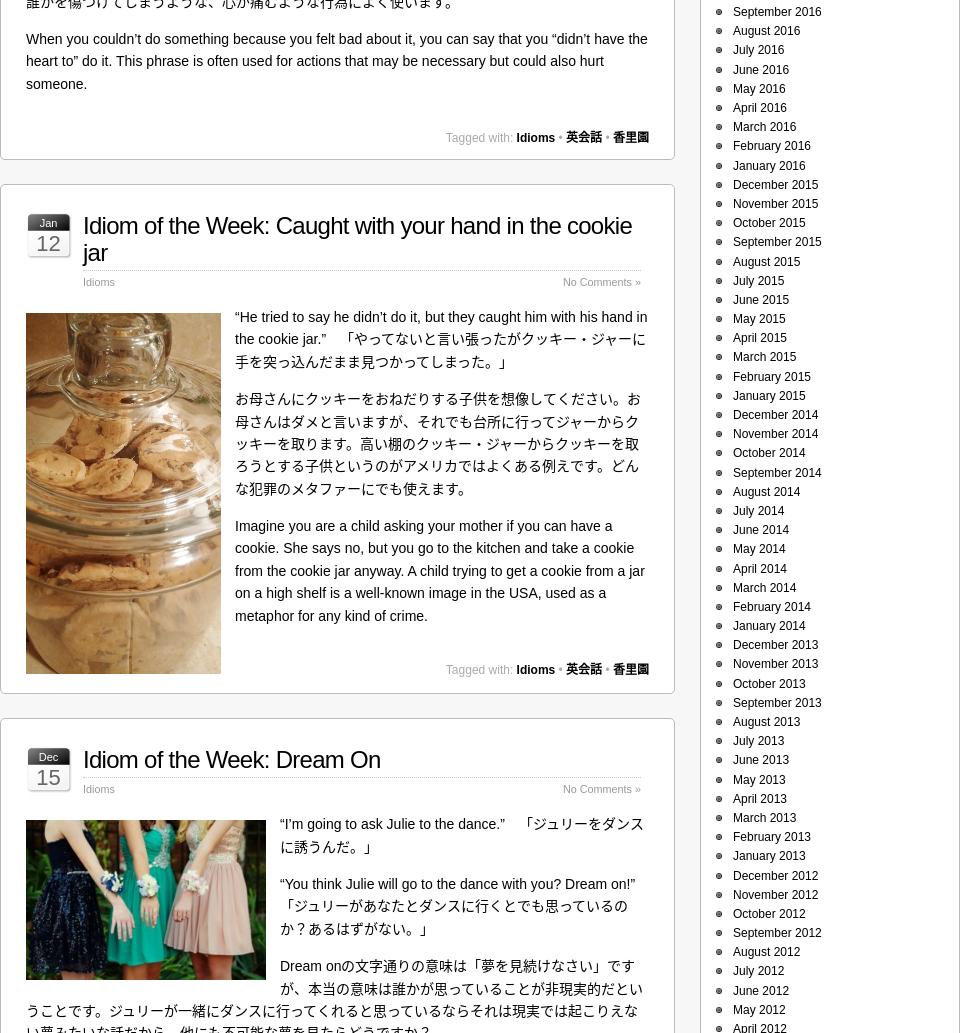 The image size is (960, 1033). Describe the element at coordinates (759, 567) in the screenshot. I see `'April 2014'` at that location.